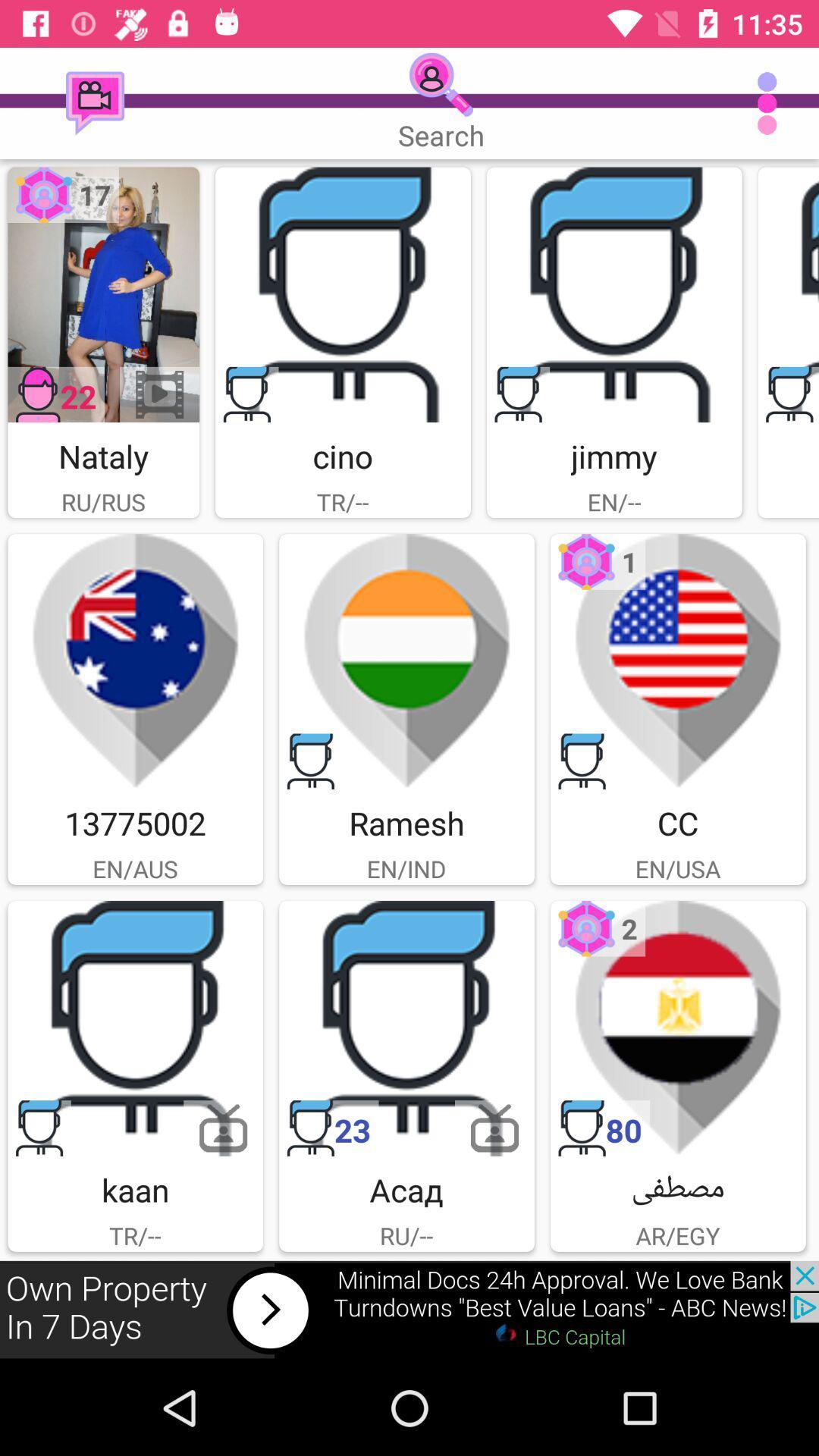 The height and width of the screenshot is (1456, 819). Describe the element at coordinates (614, 294) in the screenshot. I see `advertisement` at that location.